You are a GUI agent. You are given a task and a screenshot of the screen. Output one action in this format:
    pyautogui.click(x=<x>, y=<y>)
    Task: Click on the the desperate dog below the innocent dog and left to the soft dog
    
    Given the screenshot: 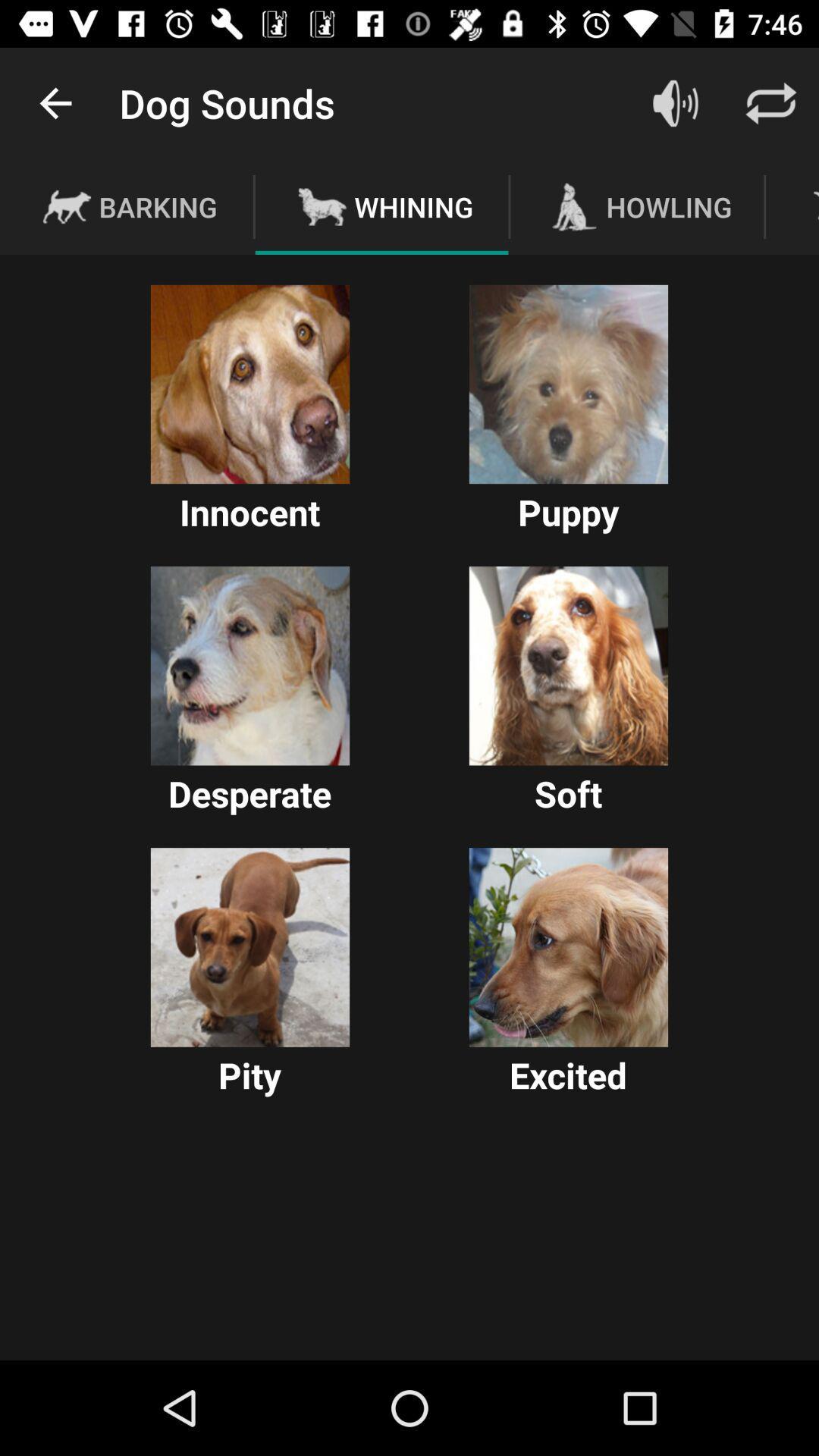 What is the action you would take?
    pyautogui.click(x=249, y=666)
    